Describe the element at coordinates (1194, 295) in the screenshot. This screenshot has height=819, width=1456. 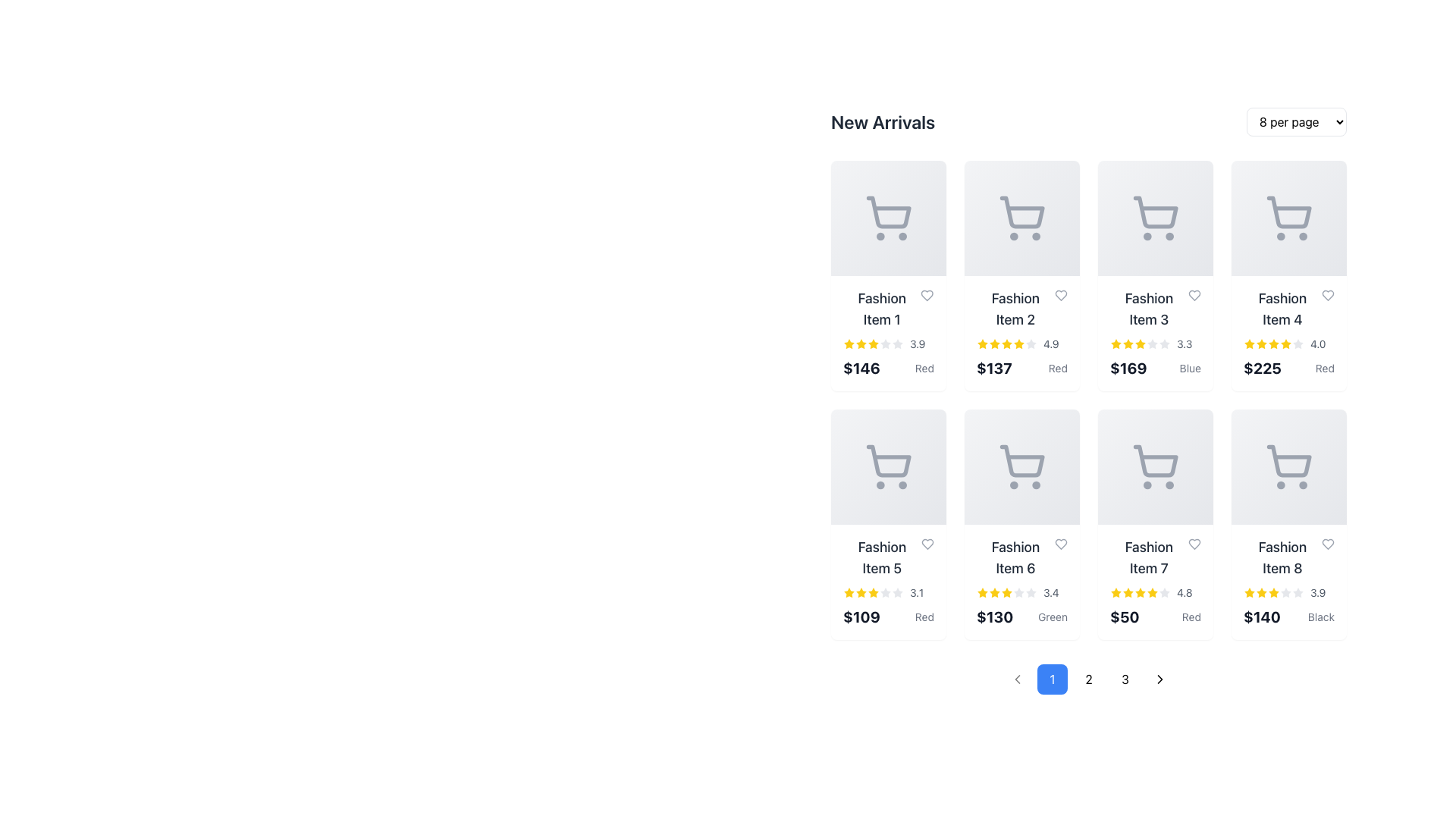
I see `the heart-shaped icon button located in the top-right corner of the 'Fashion Item 3' product card` at that location.